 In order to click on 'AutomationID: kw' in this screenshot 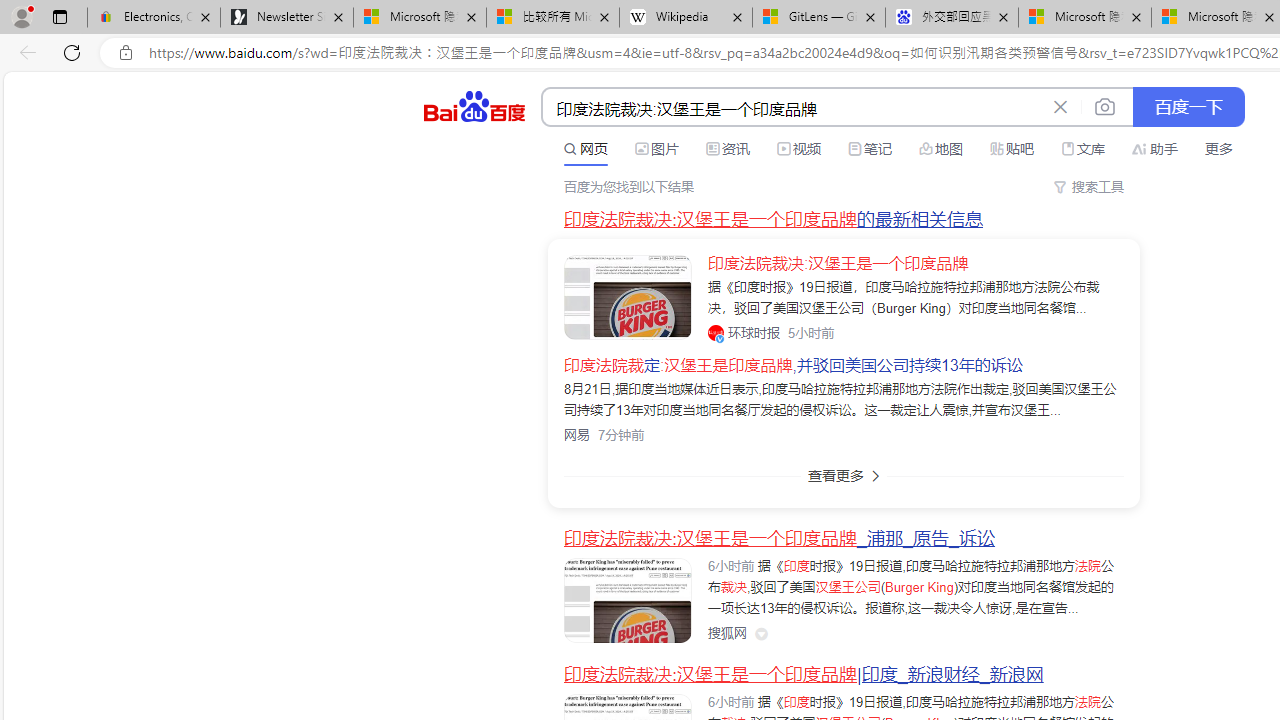, I will do `click(792, 108)`.